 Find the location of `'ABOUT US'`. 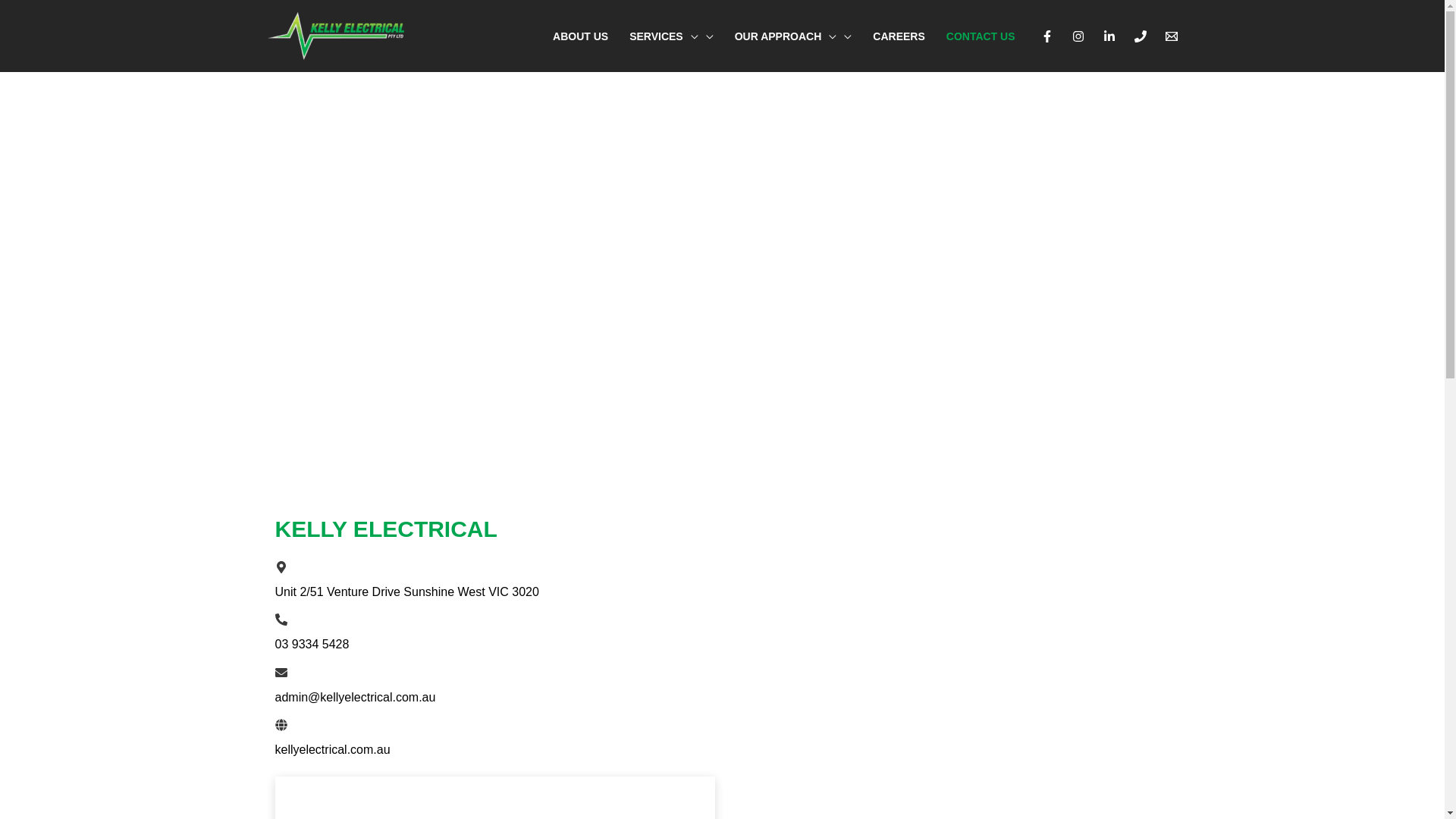

'ABOUT US' is located at coordinates (542, 35).